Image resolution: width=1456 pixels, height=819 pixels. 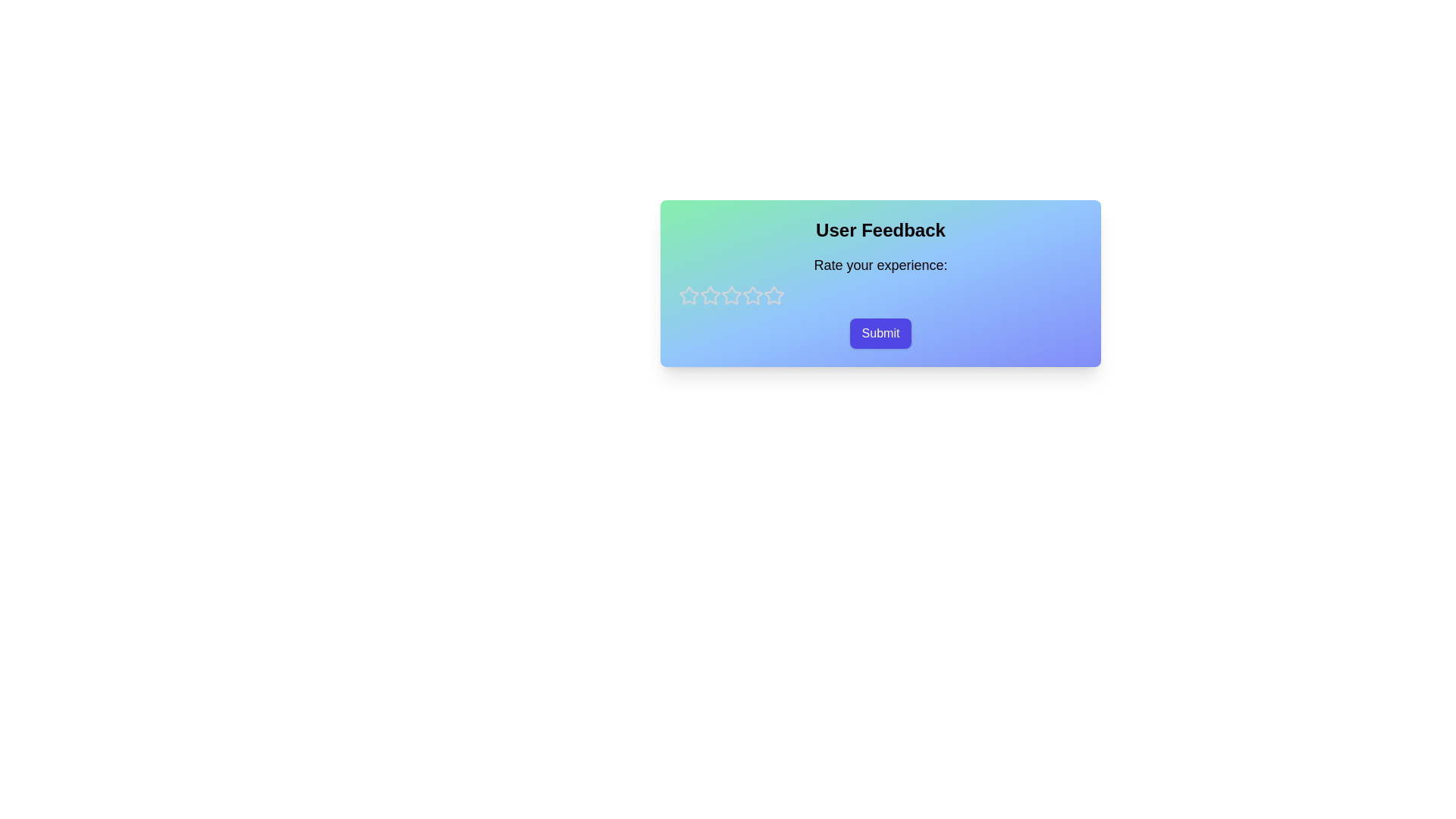 I want to click on the descriptive label prompting the user to rate their experience, located under the title 'User Feedback' and above the star rating components, so click(x=880, y=265).